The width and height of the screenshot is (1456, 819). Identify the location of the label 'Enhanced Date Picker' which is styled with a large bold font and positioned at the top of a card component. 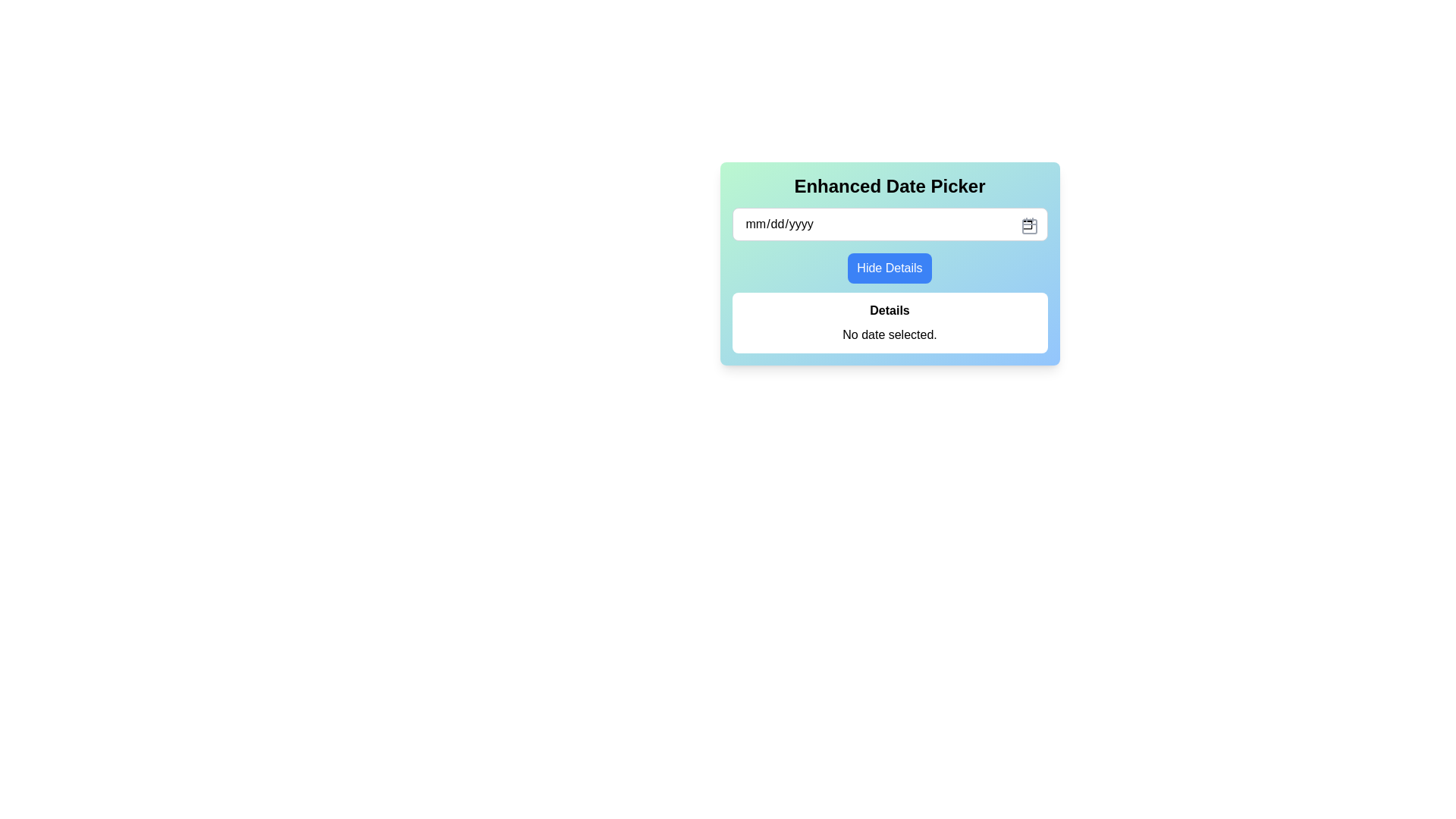
(890, 186).